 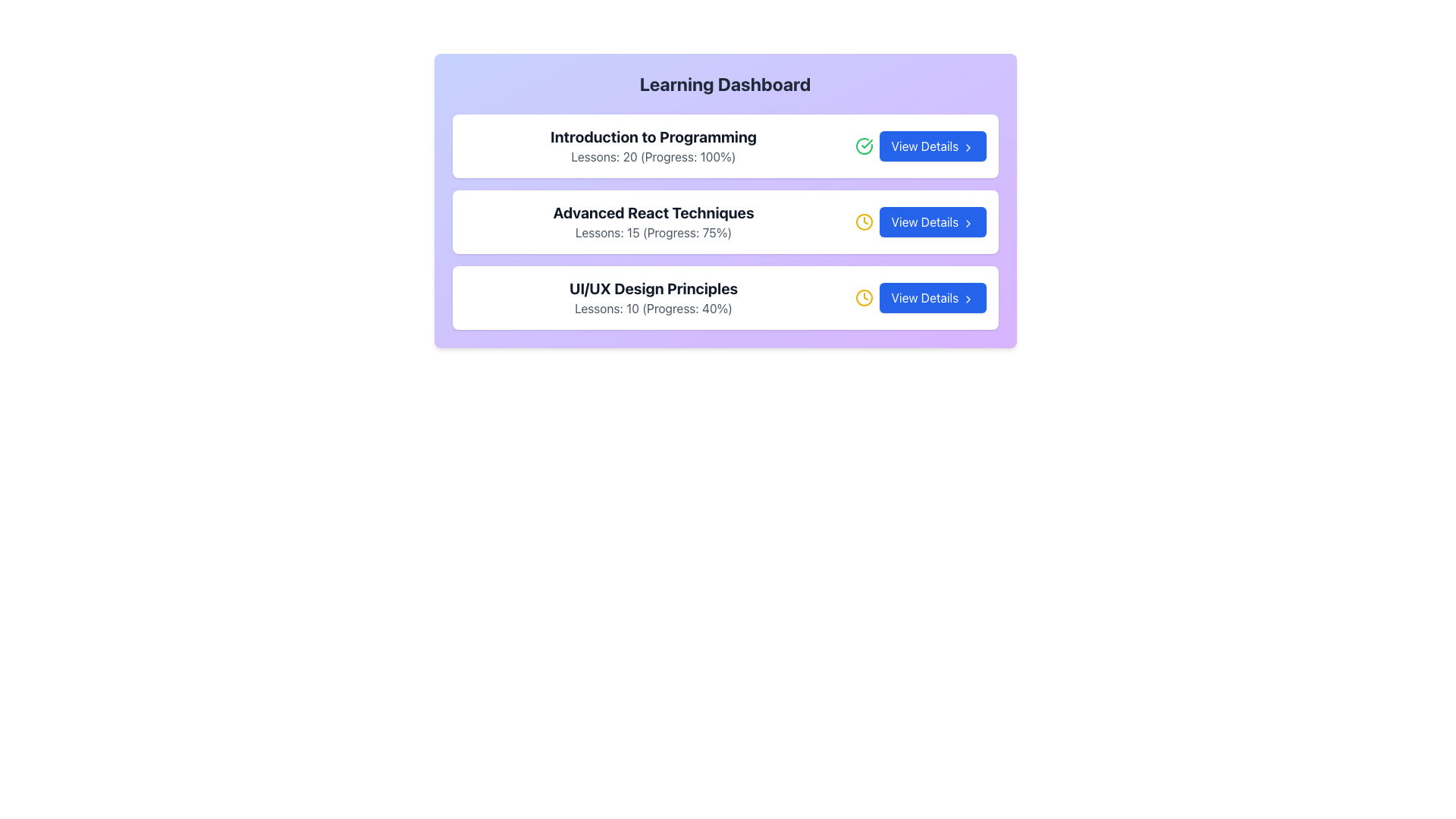 What do you see at coordinates (654, 233) in the screenshot?
I see `text label displaying 'Lessons: 15 (Progress: 75%)' located directly beneath the title 'Advanced React Techniques'` at bounding box center [654, 233].